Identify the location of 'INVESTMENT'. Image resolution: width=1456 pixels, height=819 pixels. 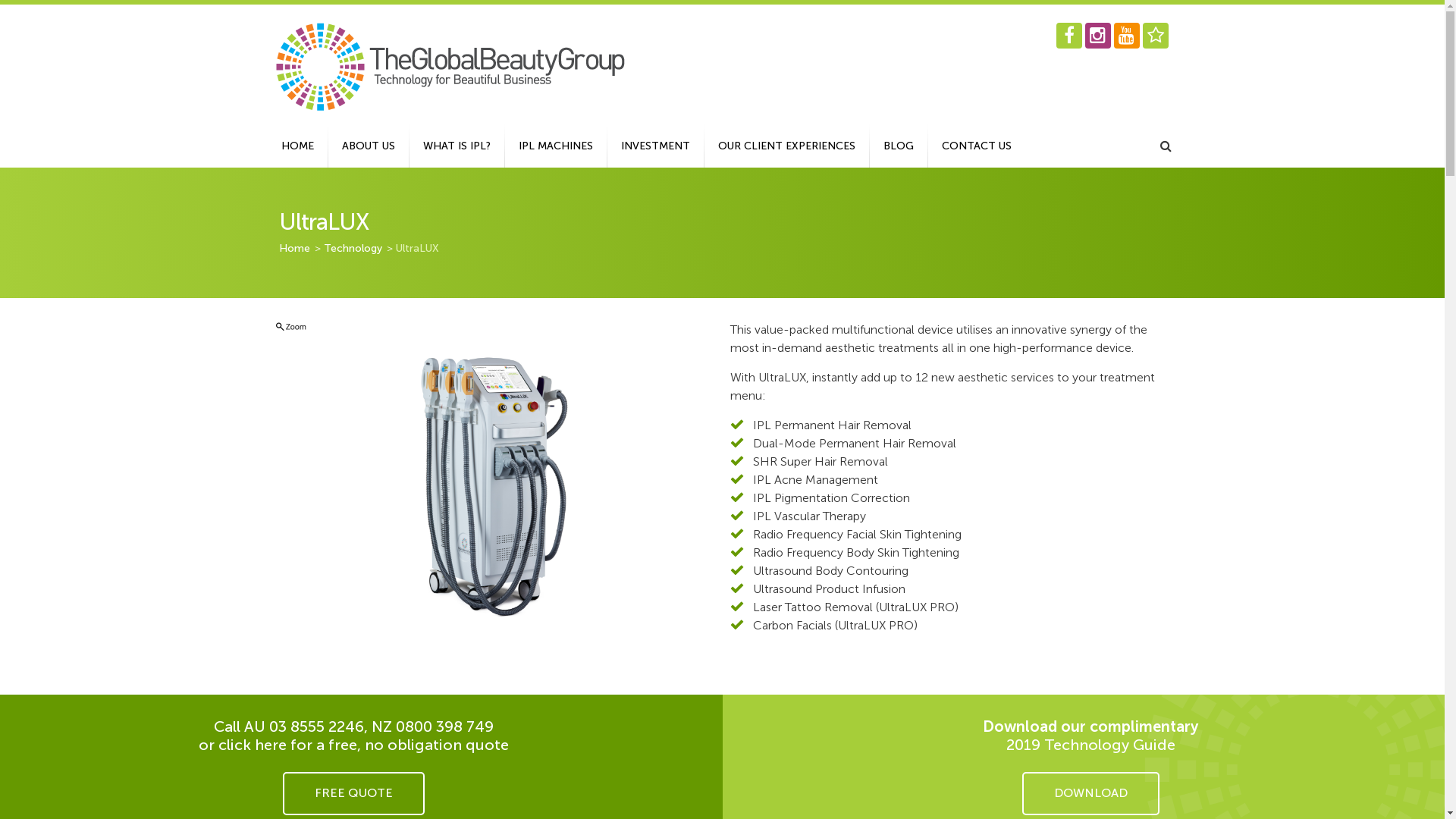
(654, 146).